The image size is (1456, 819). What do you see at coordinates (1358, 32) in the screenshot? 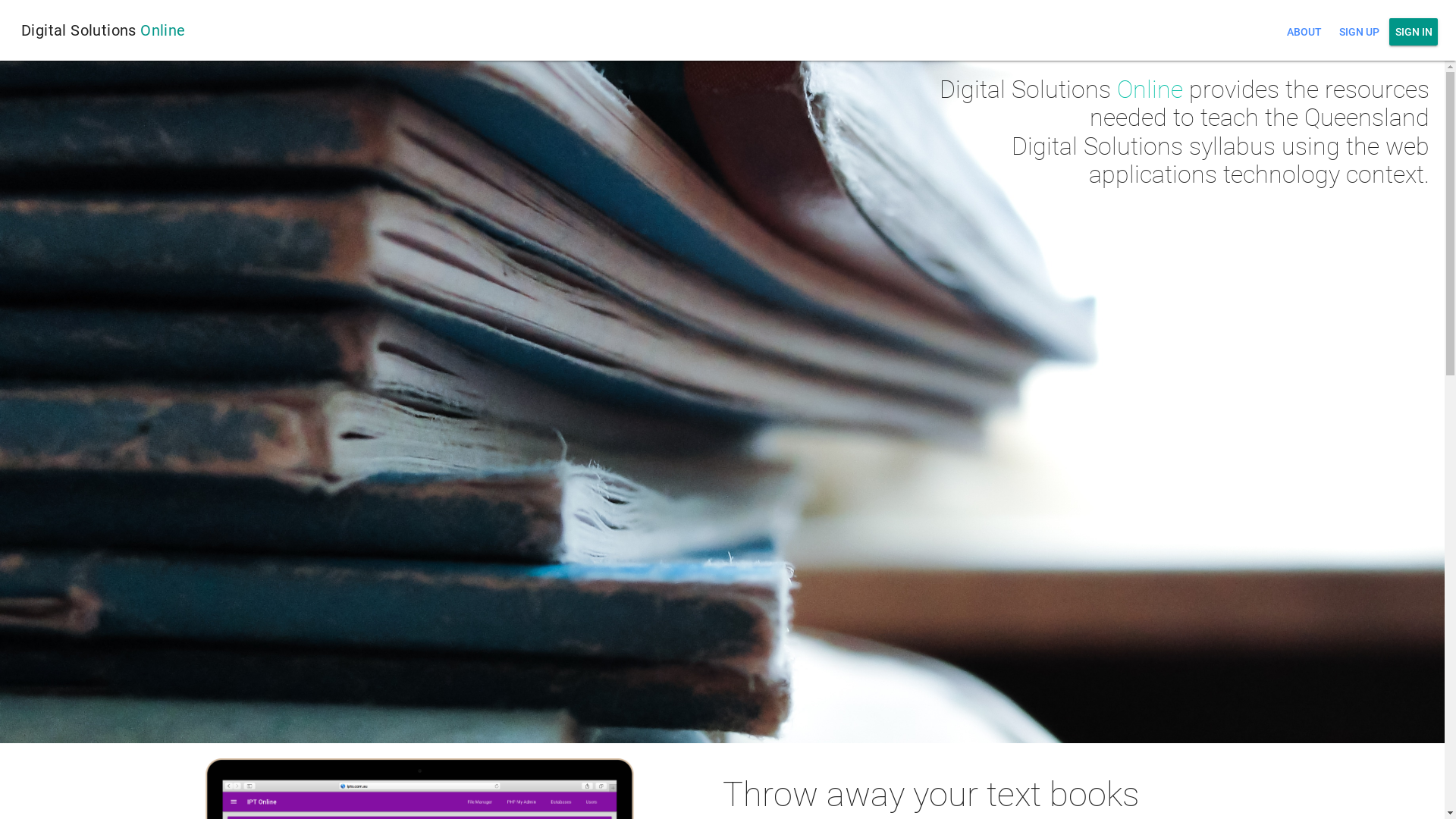
I see `'SIGN UP'` at bounding box center [1358, 32].